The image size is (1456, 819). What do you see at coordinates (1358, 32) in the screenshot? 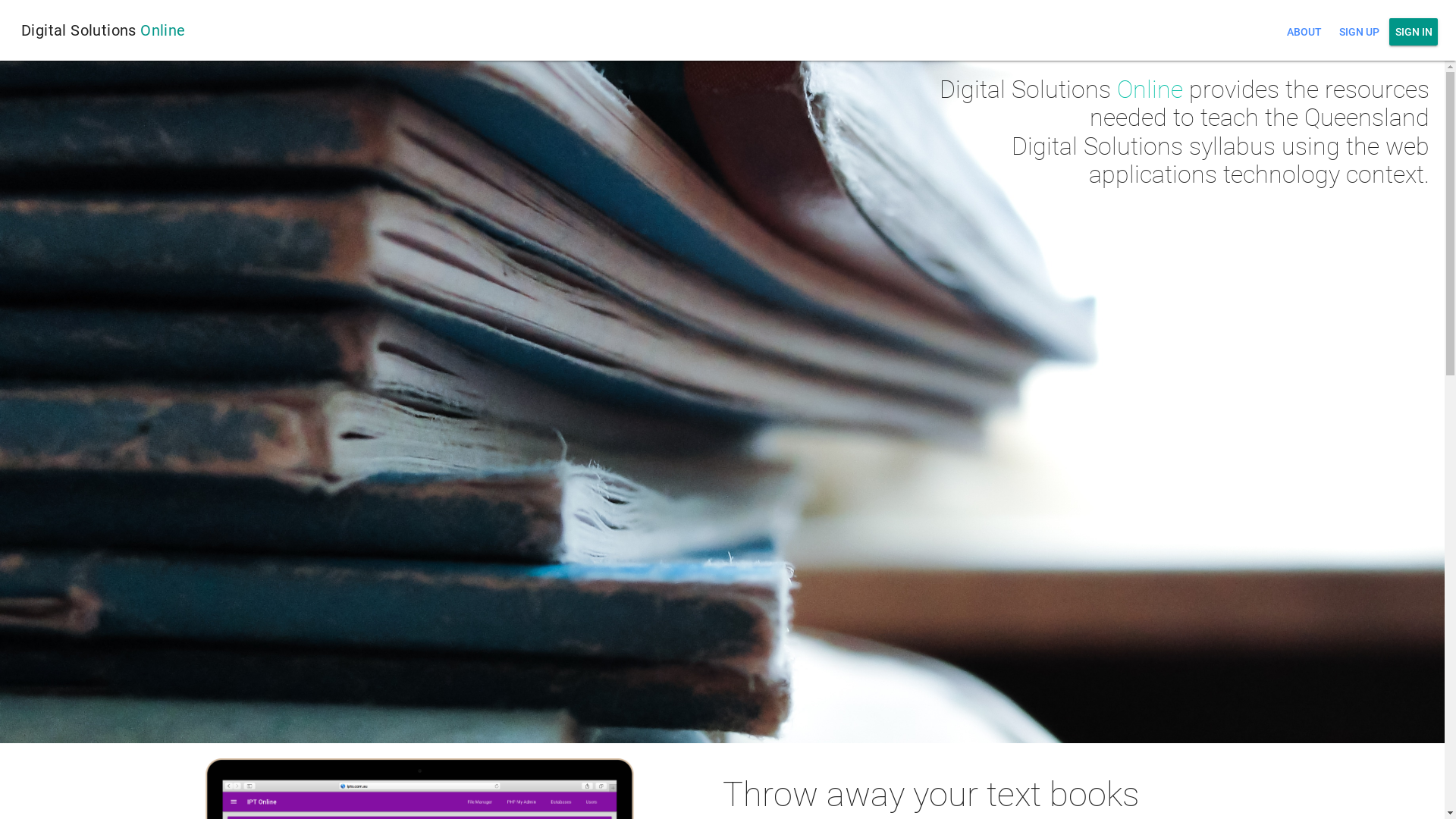
I see `'SIGN UP'` at bounding box center [1358, 32].